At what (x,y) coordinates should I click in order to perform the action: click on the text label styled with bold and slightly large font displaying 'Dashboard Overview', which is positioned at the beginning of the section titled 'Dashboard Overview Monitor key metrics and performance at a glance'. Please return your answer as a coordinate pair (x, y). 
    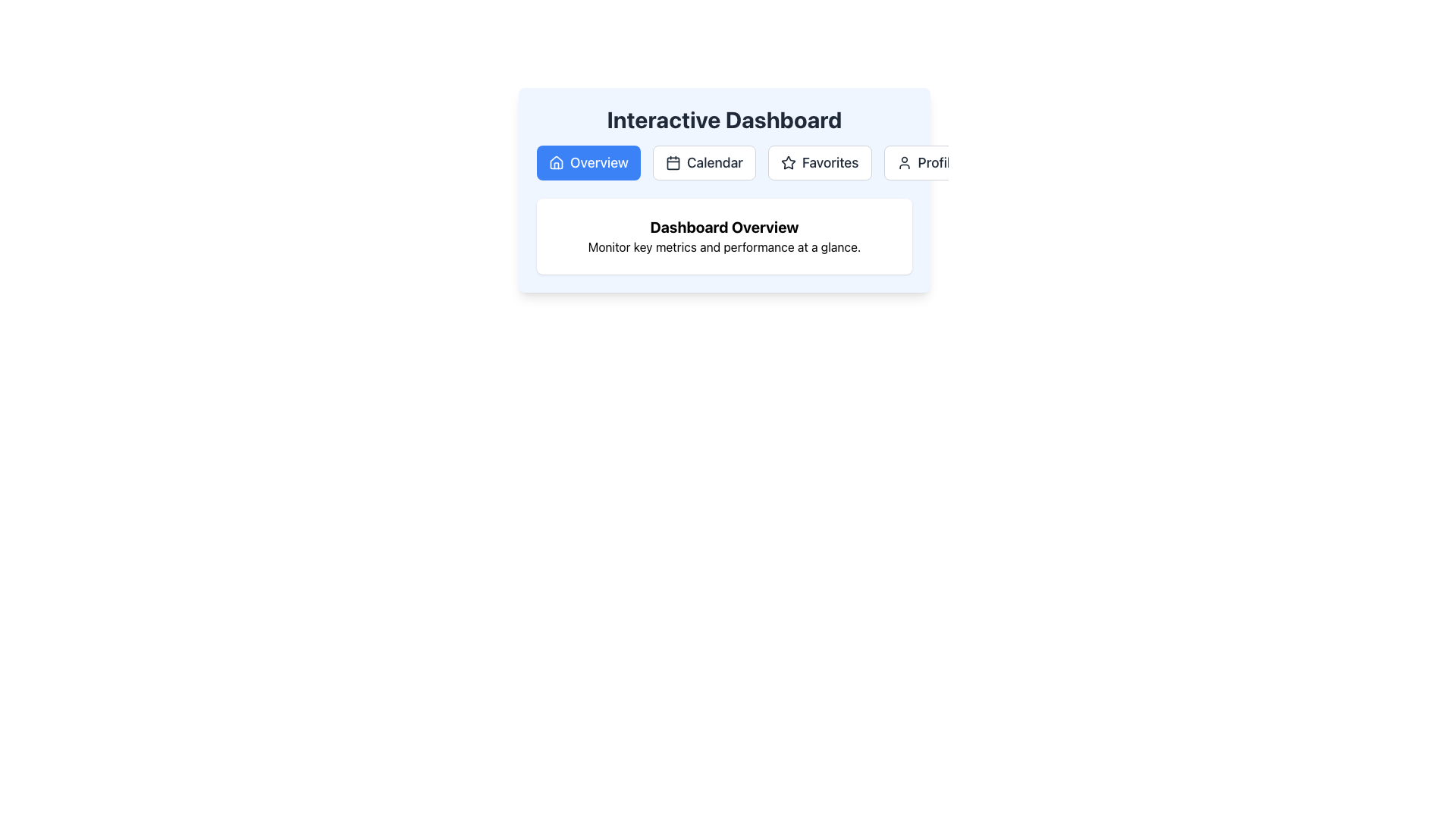
    Looking at the image, I should click on (723, 227).